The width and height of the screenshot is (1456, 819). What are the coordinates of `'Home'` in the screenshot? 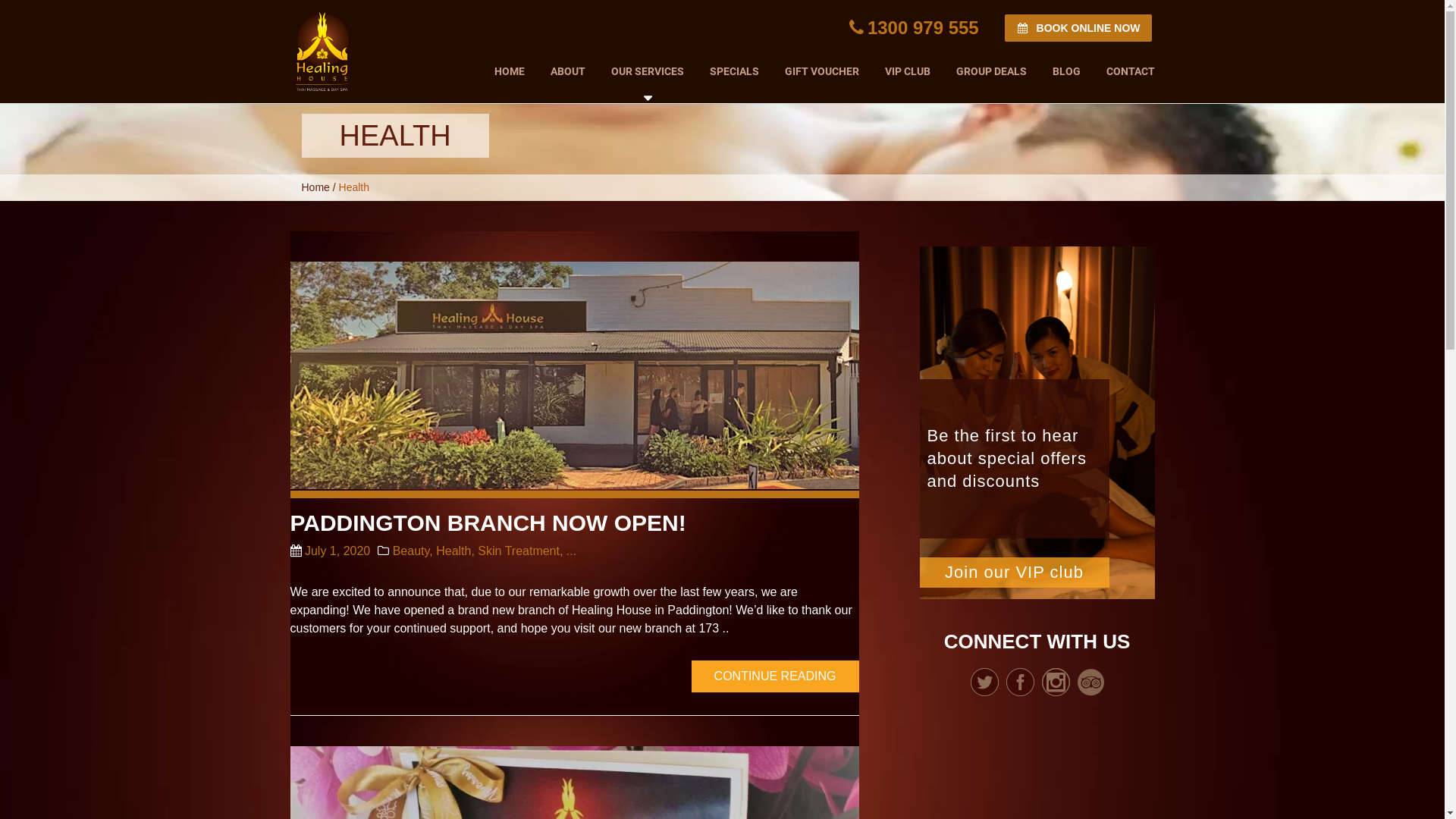 It's located at (315, 186).